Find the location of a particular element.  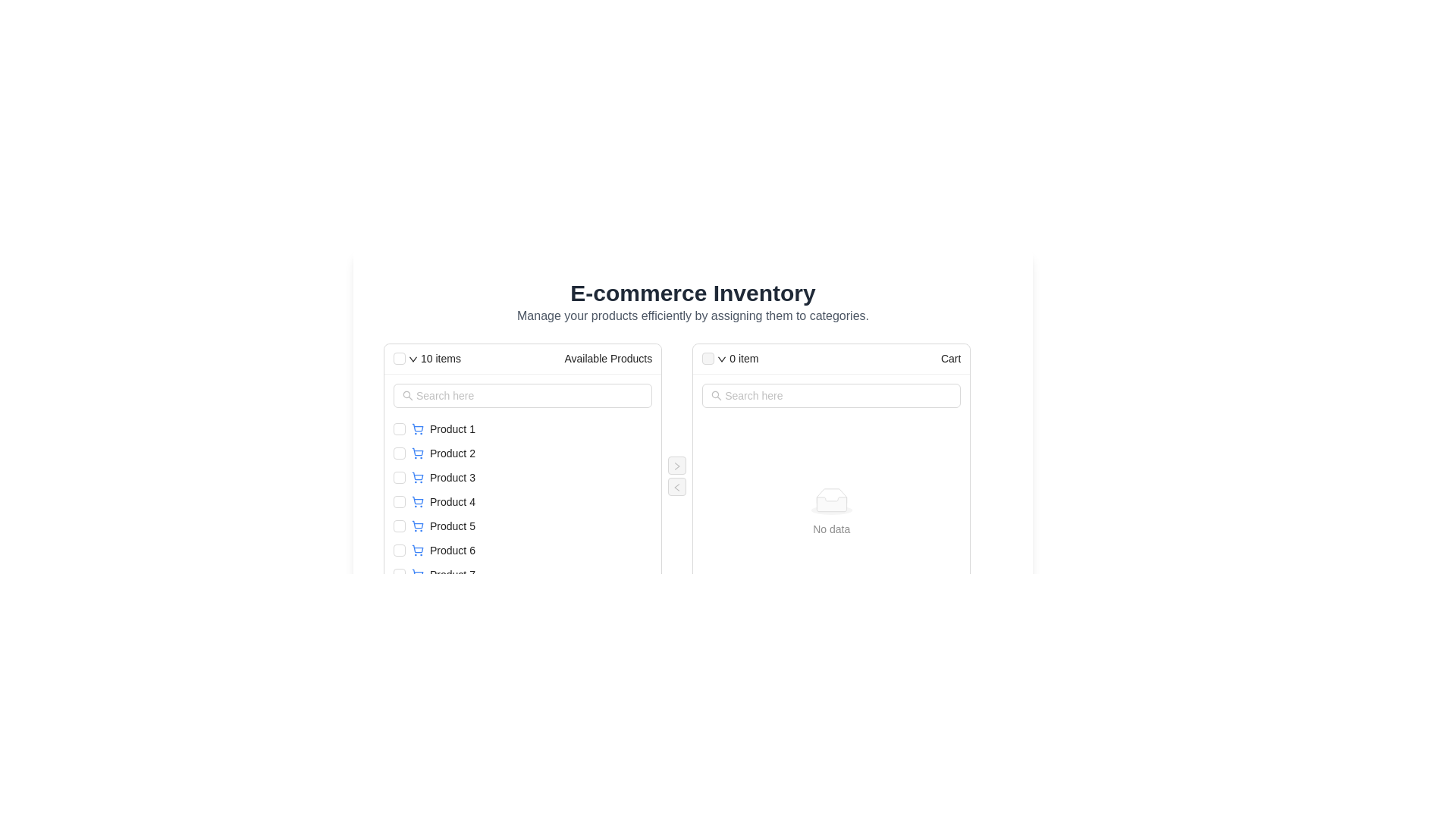

the rightward arrow button located centrally between the 'Available Products' and 'Cart' panels is located at coordinates (676, 464).